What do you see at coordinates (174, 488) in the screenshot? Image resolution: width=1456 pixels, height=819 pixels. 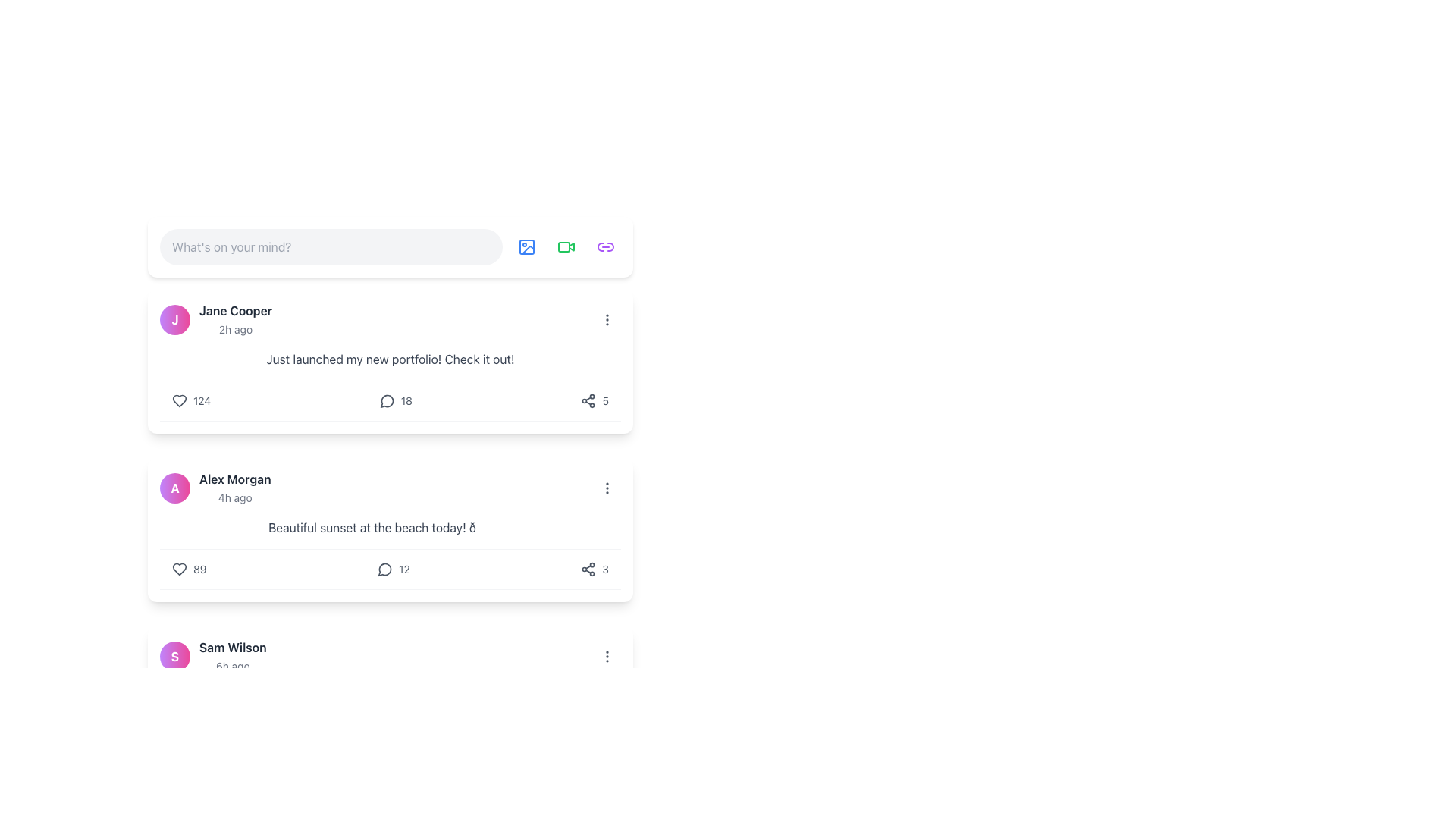 I see `the circular avatar with a gradient background transitioning from purple to pink, containing the letter 'A' in bold white font, located in the second post card of the feed section adjacent to the username 'Alex Morgan'` at bounding box center [174, 488].